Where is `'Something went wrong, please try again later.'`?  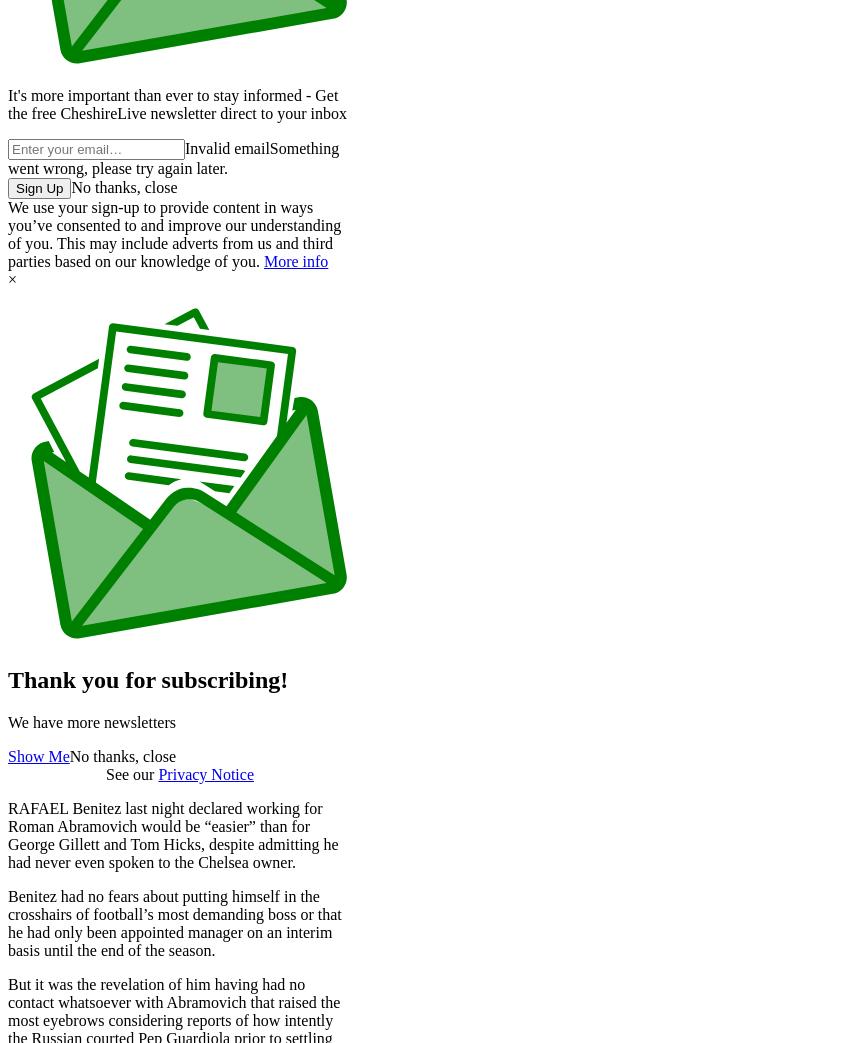 'Something went wrong, please try again later.' is located at coordinates (173, 157).